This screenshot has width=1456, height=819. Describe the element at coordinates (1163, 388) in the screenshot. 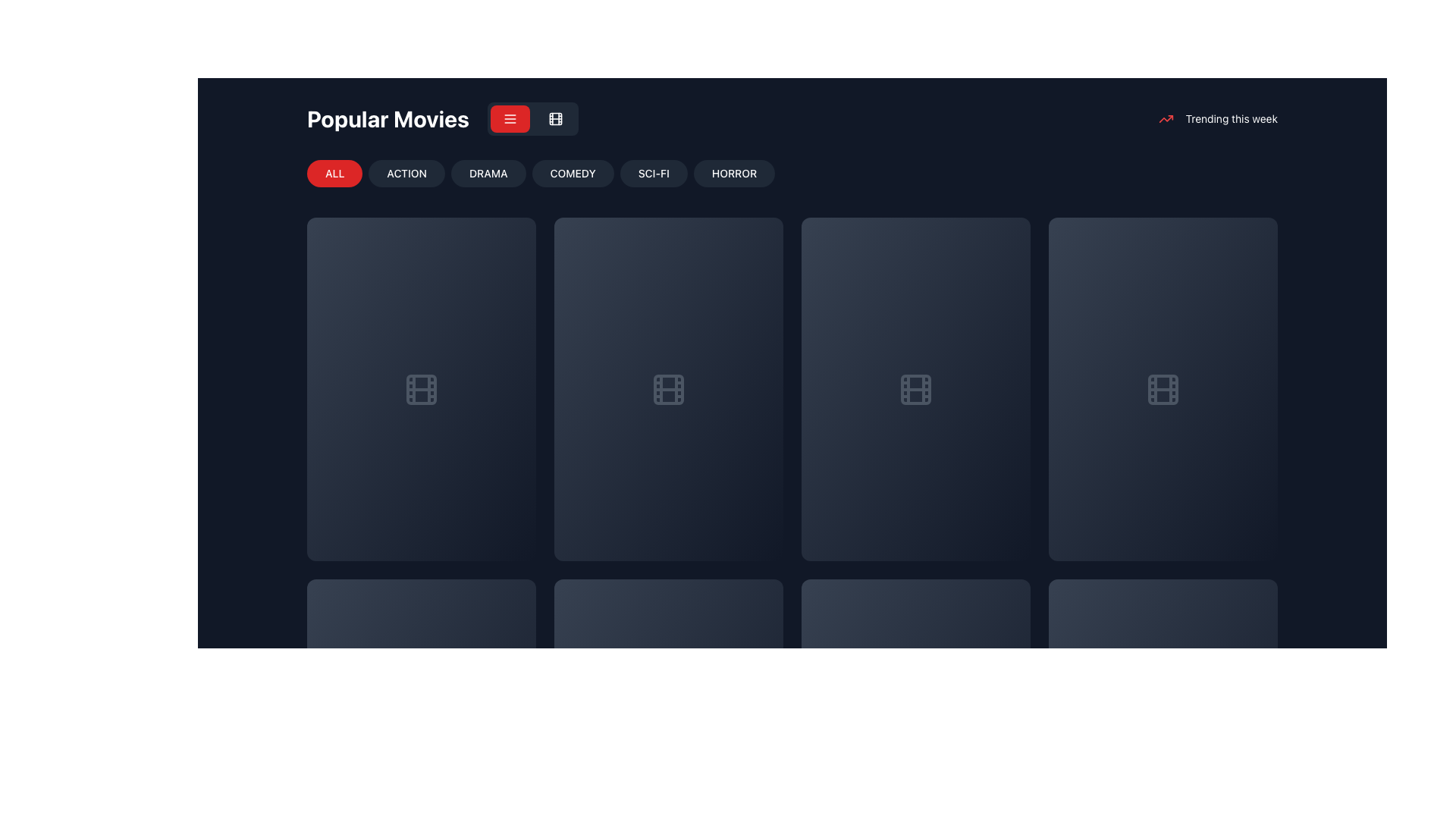

I see `the card-like component with a dark gray background and a centered film strip icon, located as the fourth card` at that location.